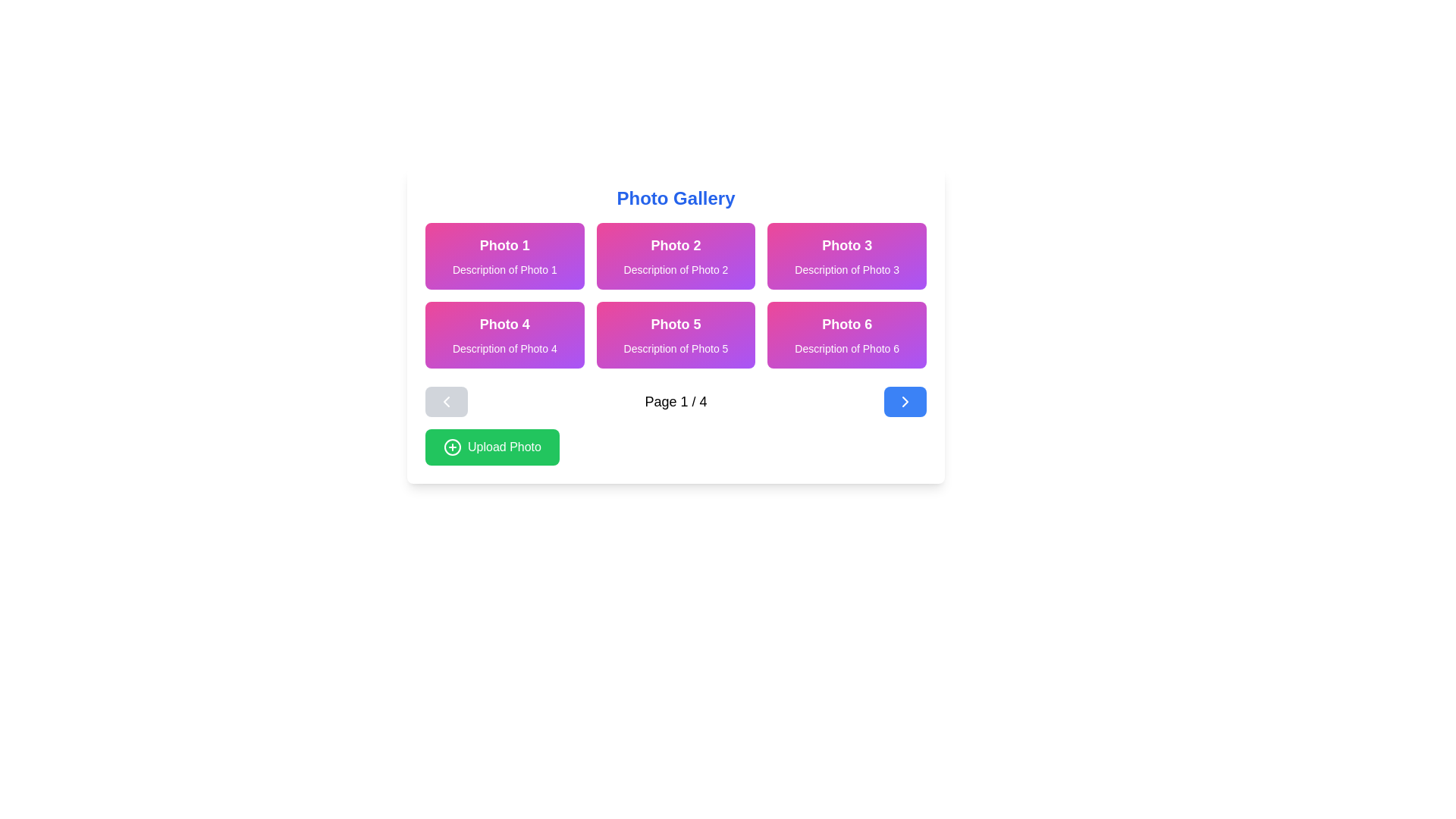  What do you see at coordinates (504, 245) in the screenshot?
I see `the heading text label located at the top of the first photo card in the photo gallery` at bounding box center [504, 245].